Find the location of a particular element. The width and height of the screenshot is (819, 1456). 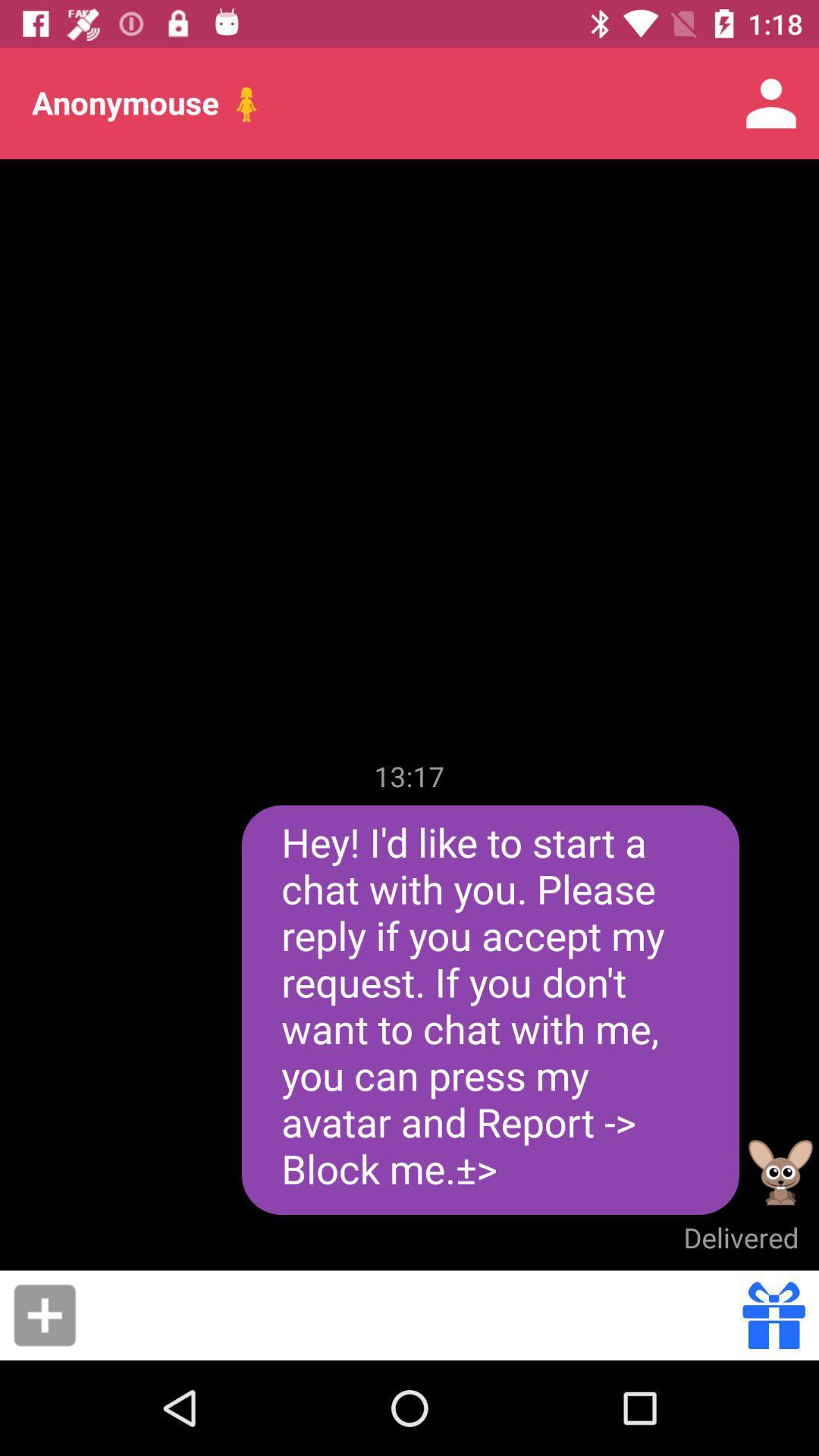

the item above delivered item is located at coordinates (780, 1172).